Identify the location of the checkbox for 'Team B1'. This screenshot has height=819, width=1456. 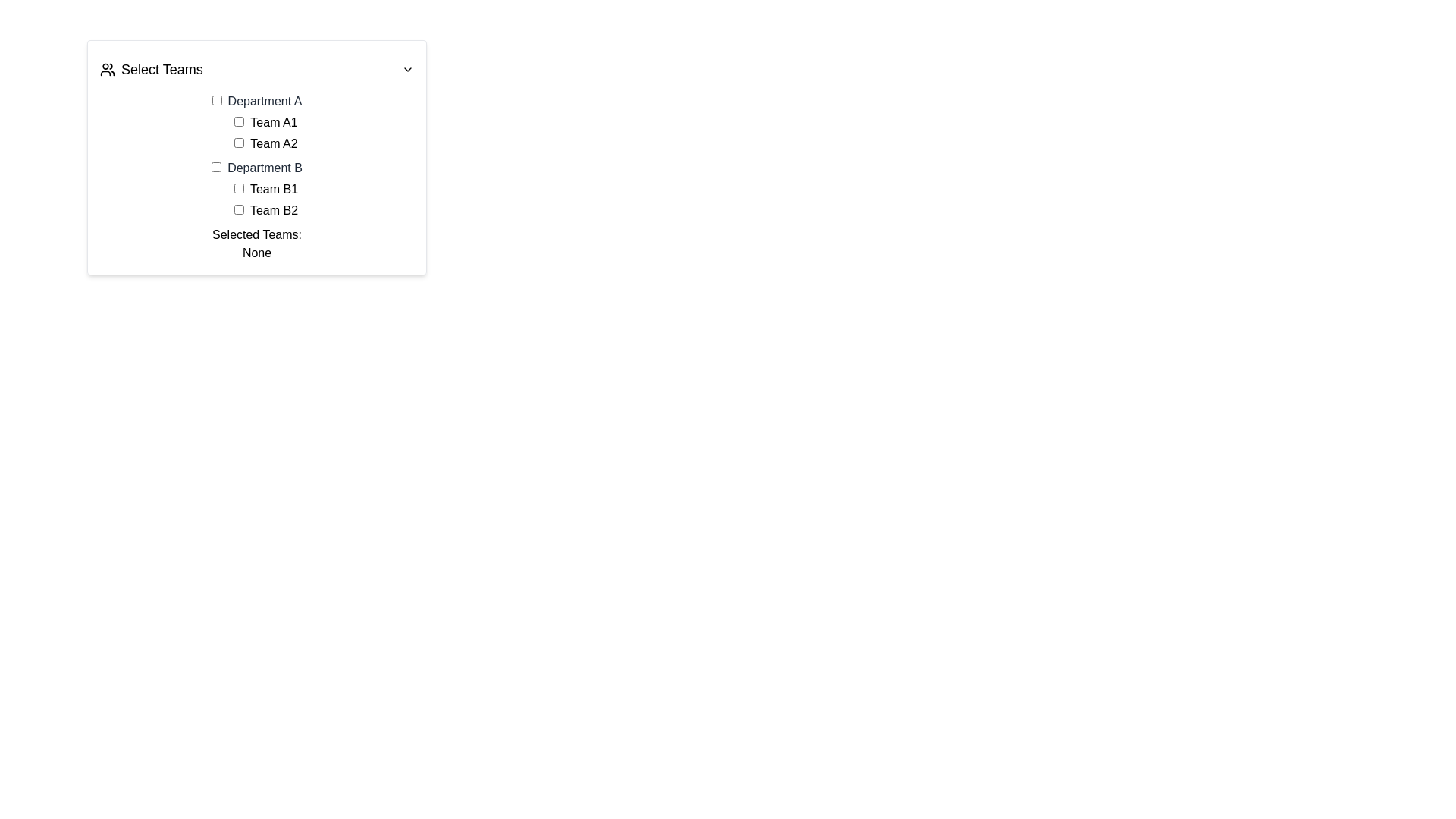
(238, 187).